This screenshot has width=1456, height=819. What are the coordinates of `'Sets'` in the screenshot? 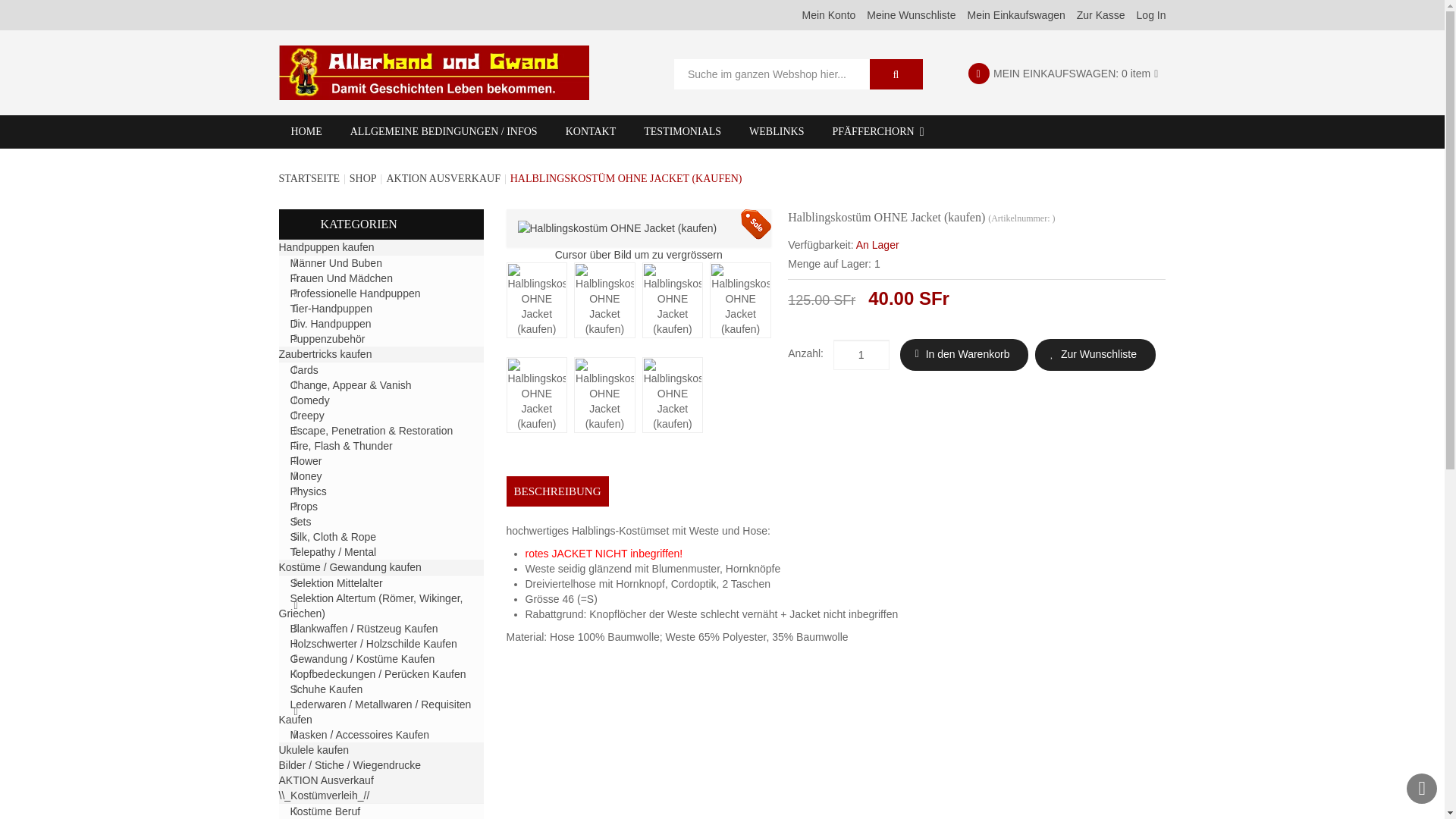 It's located at (300, 520).